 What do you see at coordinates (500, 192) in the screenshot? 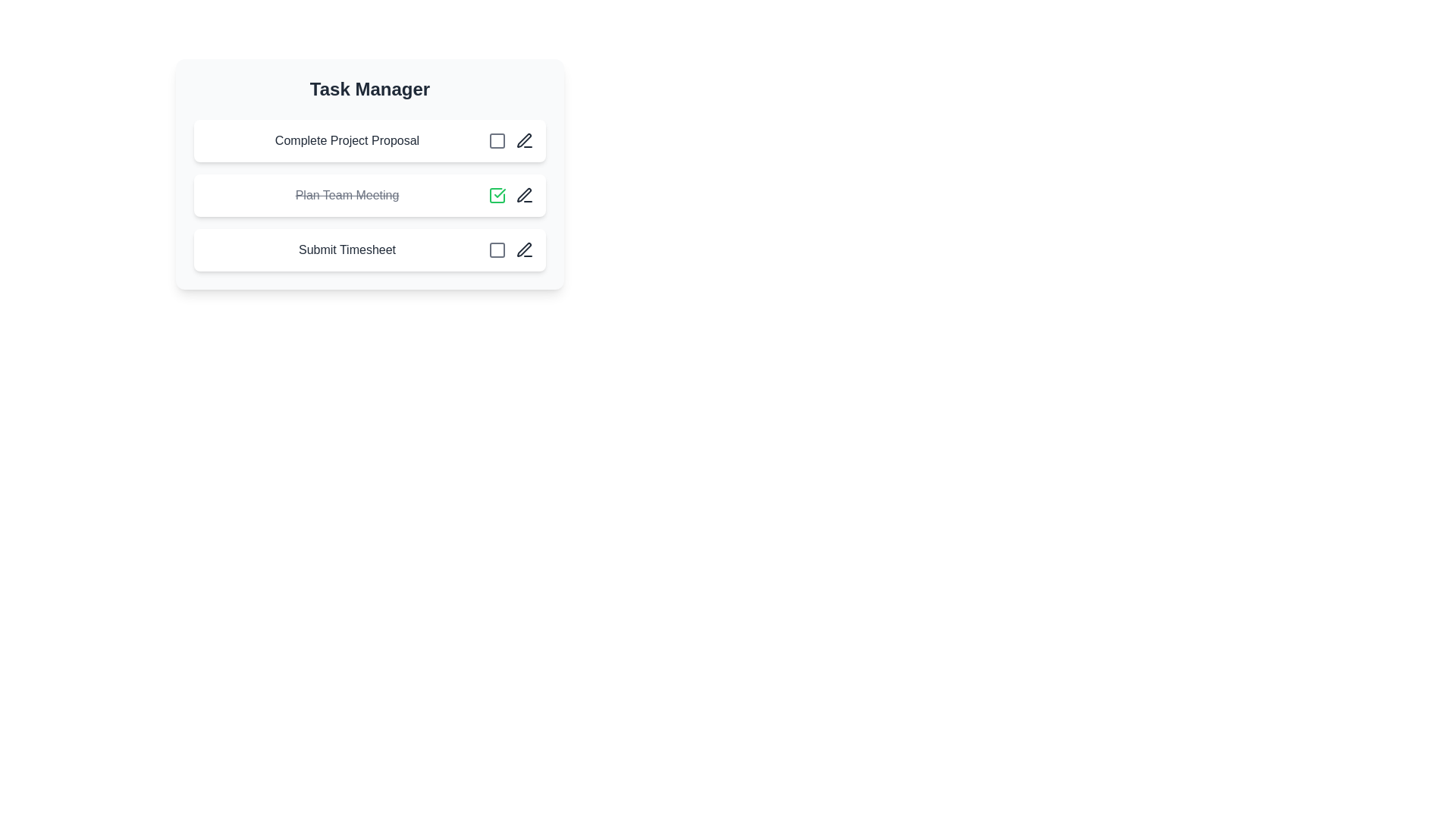
I see `the green checkmark icon located in the second row of the task list interface, which indicates task completion, positioned to the left of the edit pencil icon` at bounding box center [500, 192].